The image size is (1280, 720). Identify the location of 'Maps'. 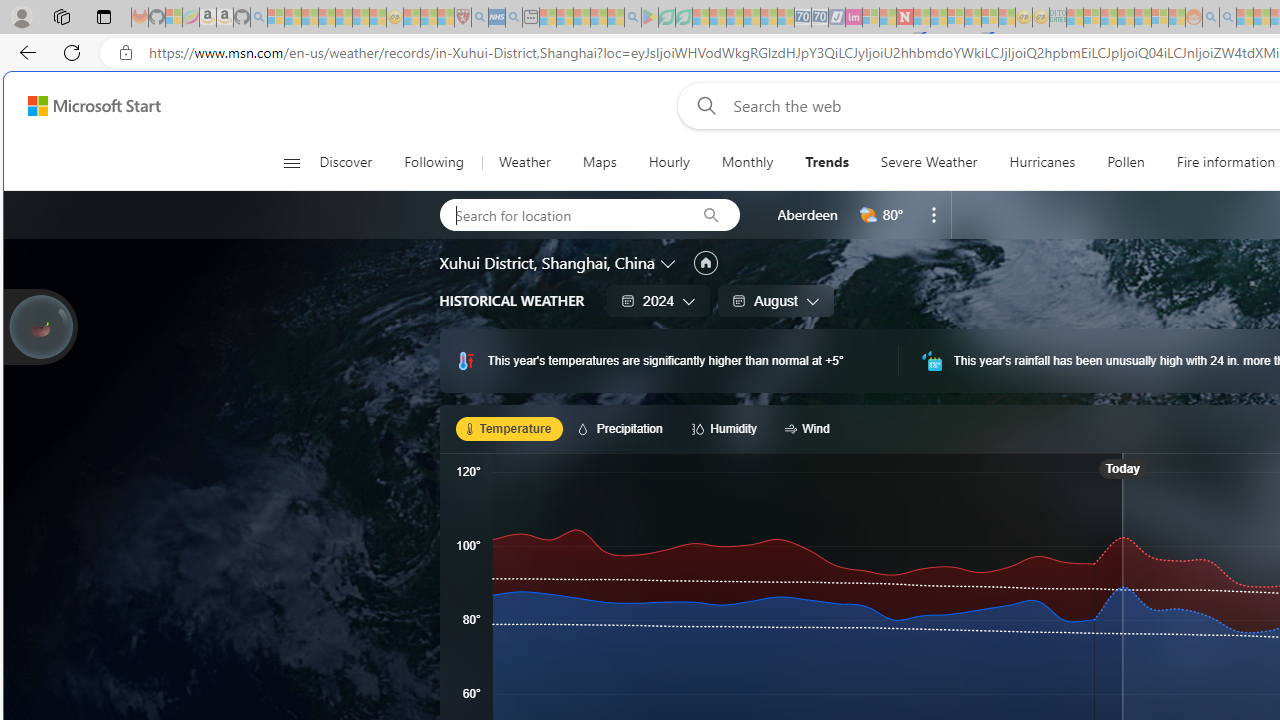
(598, 162).